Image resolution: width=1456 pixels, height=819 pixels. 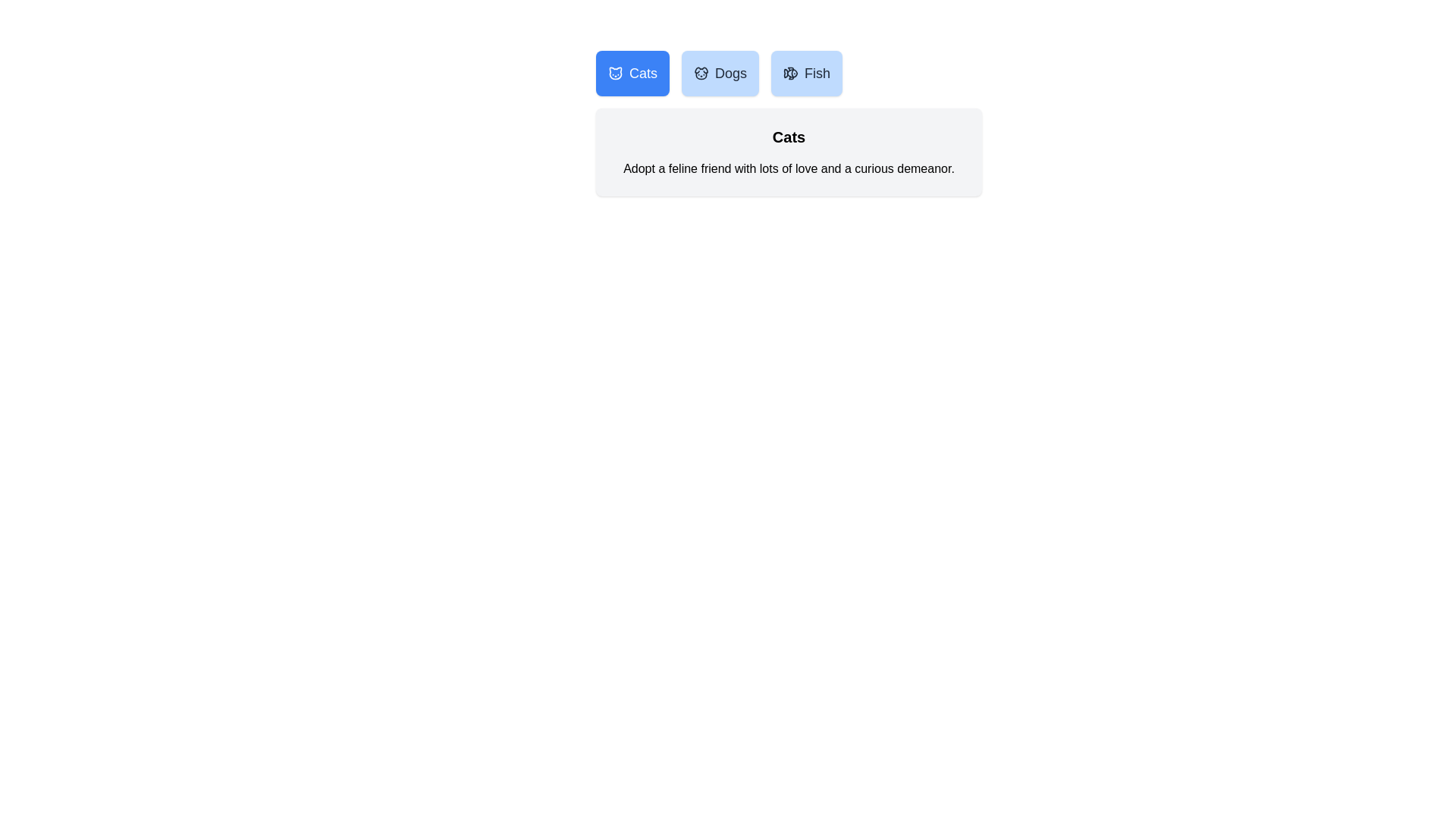 What do you see at coordinates (720, 73) in the screenshot?
I see `the Dogs tab by clicking on it` at bounding box center [720, 73].